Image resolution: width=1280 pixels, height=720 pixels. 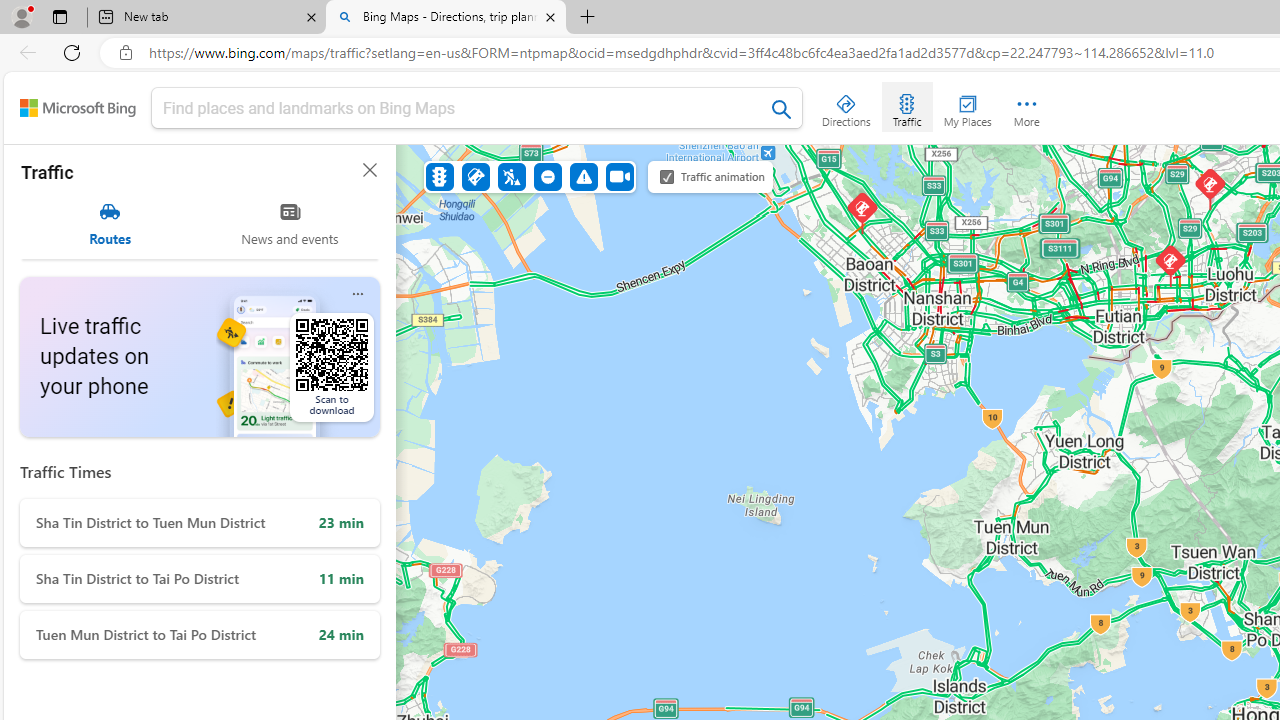 I want to click on 'Accidents', so click(x=475, y=175).